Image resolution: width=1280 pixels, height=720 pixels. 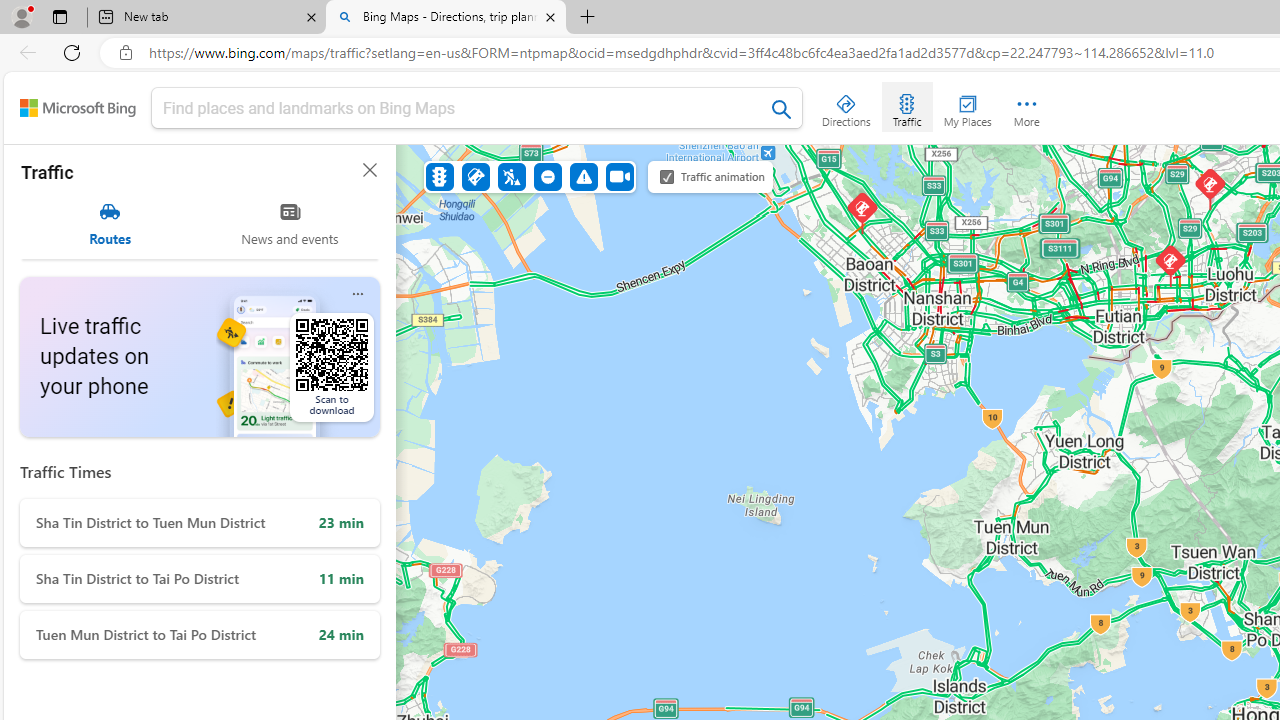 I want to click on 'Accidents', so click(x=475, y=175).